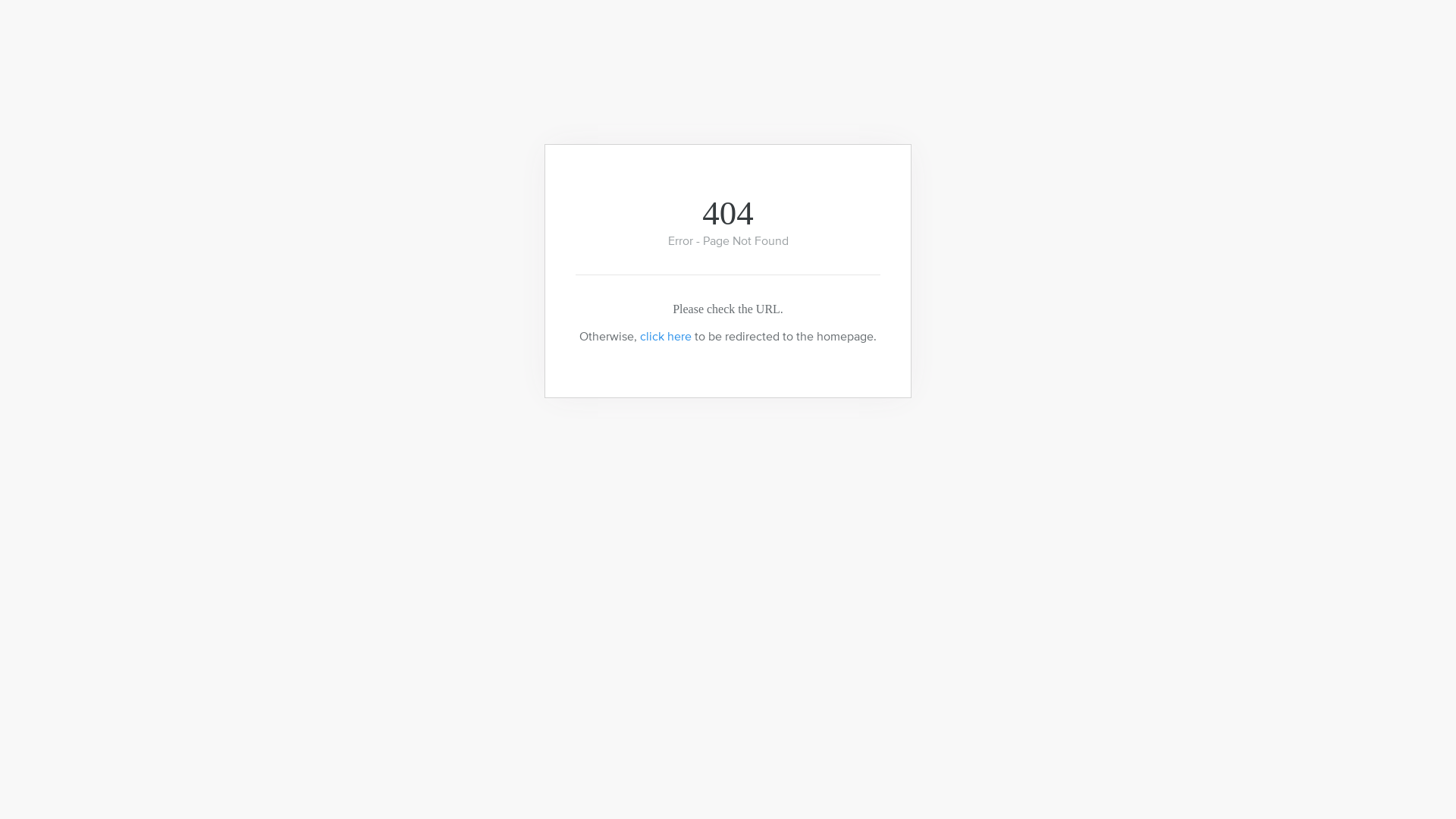 Image resolution: width=1456 pixels, height=819 pixels. Describe the element at coordinates (640, 335) in the screenshot. I see `'click here'` at that location.